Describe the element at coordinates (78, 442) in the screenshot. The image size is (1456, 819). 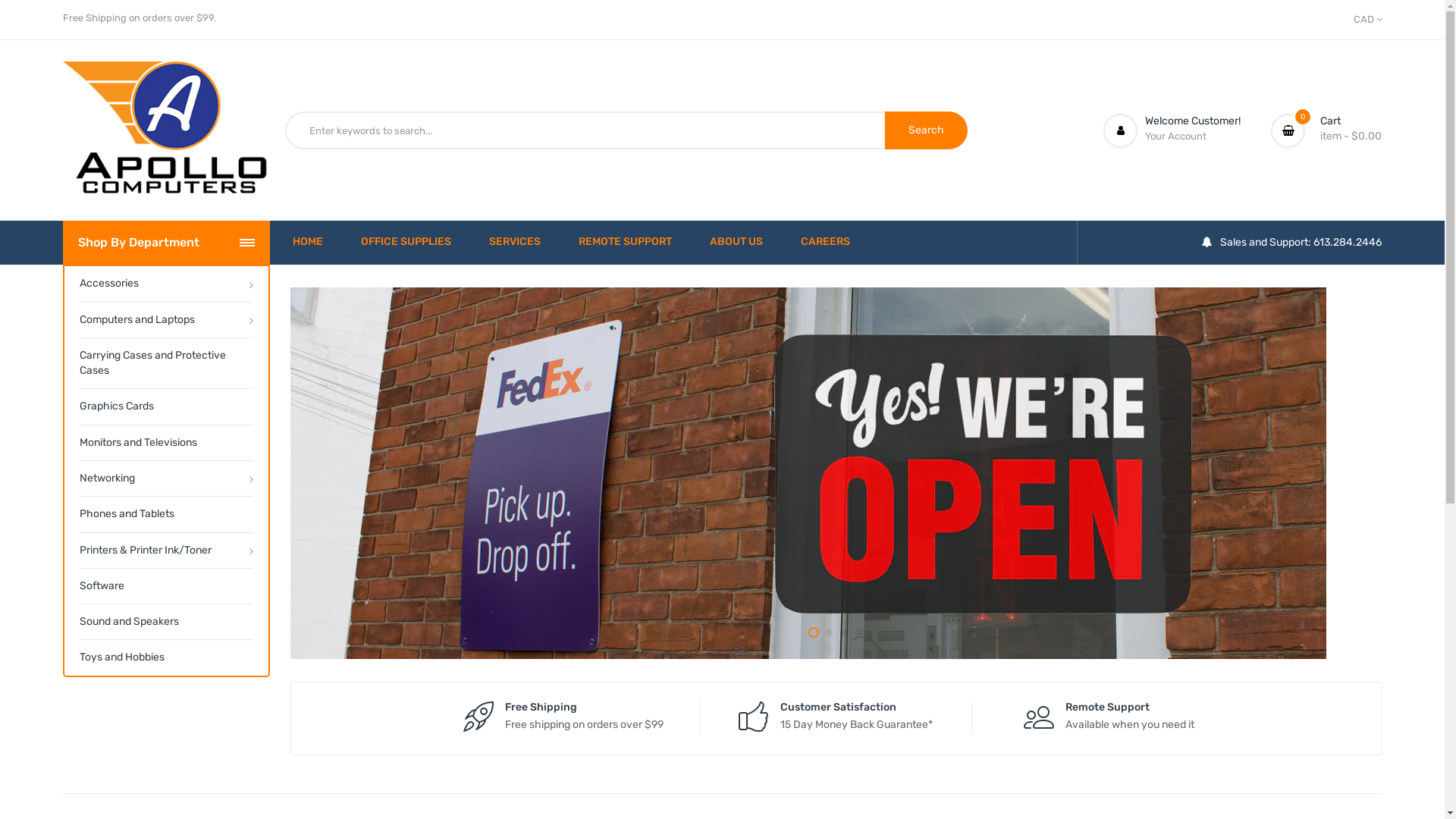
I see `'Monitors and Televisions'` at that location.